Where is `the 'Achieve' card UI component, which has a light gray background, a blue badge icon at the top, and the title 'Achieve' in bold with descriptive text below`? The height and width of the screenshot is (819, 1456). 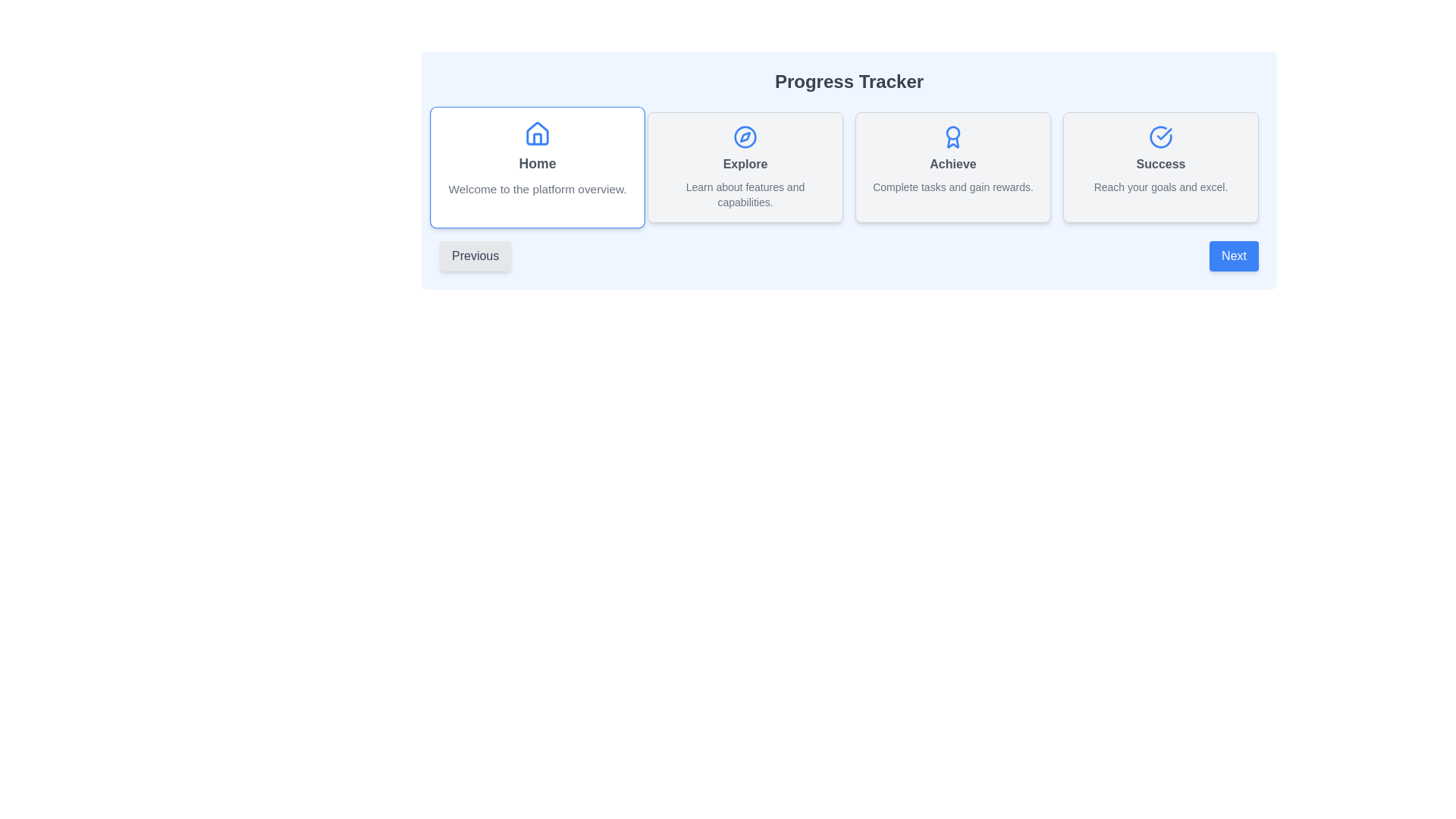 the 'Achieve' card UI component, which has a light gray background, a blue badge icon at the top, and the title 'Achieve' in bold with descriptive text below is located at coordinates (952, 167).